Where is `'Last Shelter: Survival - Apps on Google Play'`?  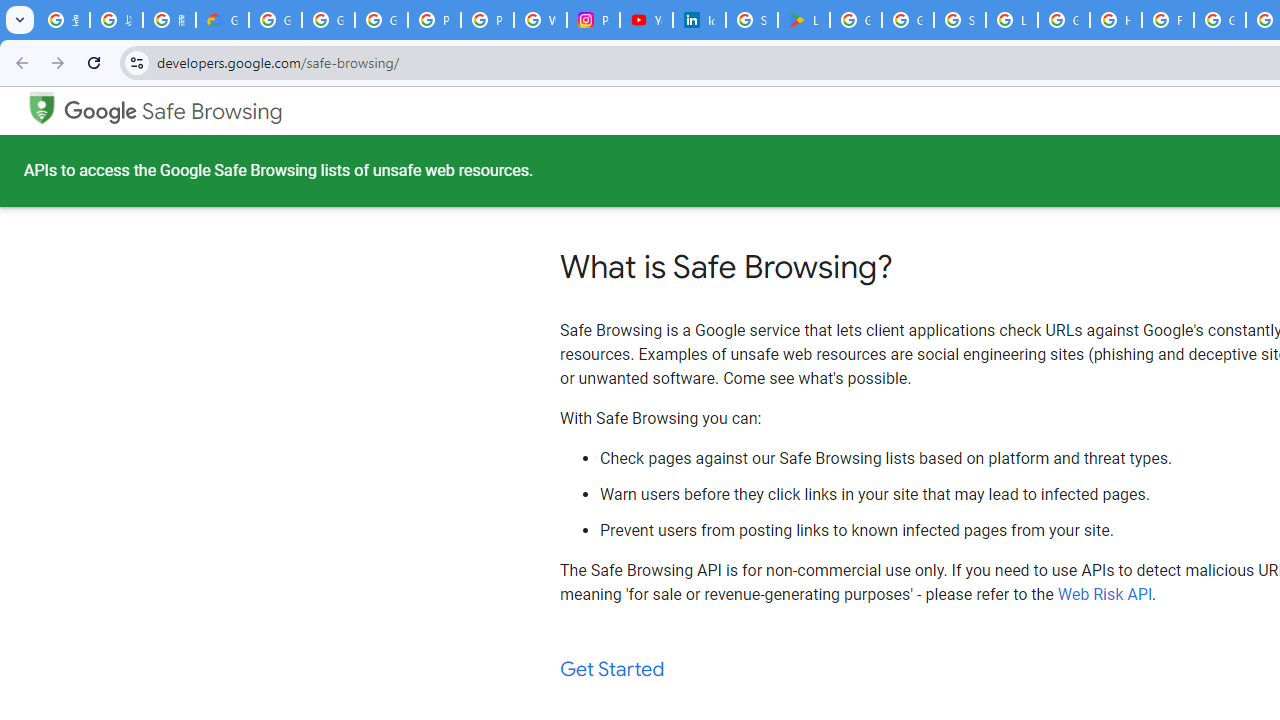 'Last Shelter: Survival - Apps on Google Play' is located at coordinates (803, 20).